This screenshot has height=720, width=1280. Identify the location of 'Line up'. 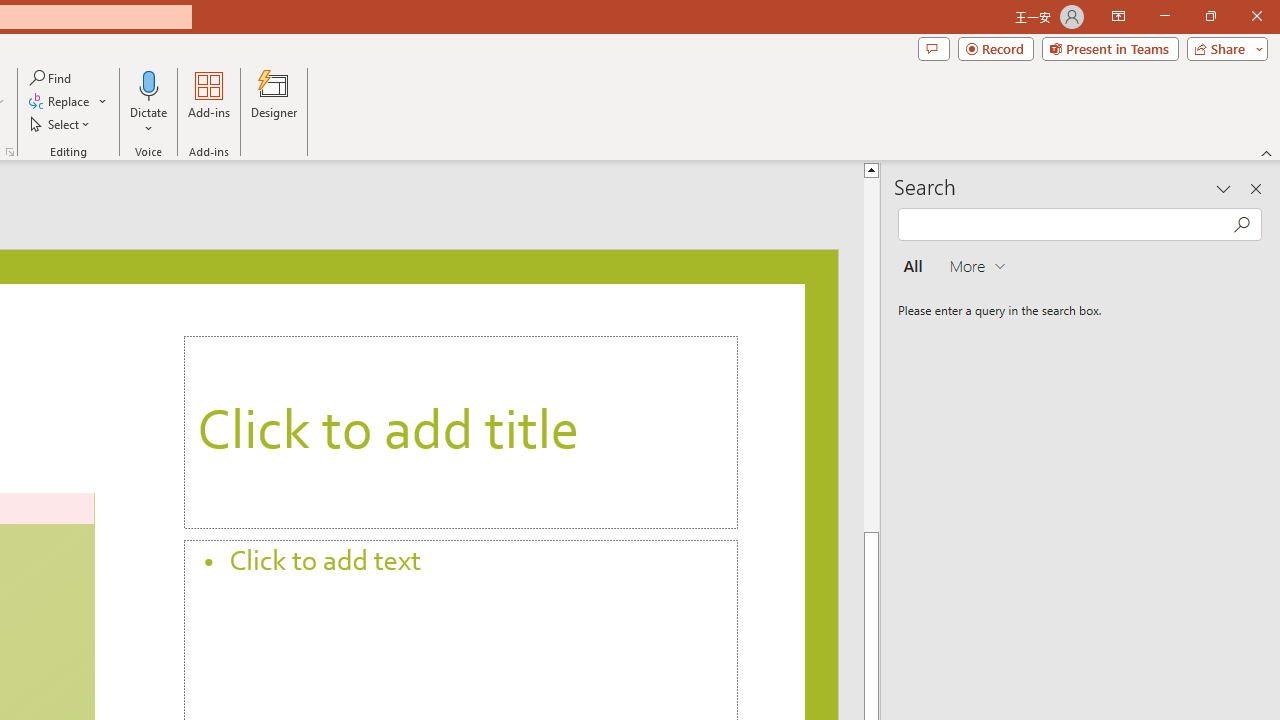
(873, 168).